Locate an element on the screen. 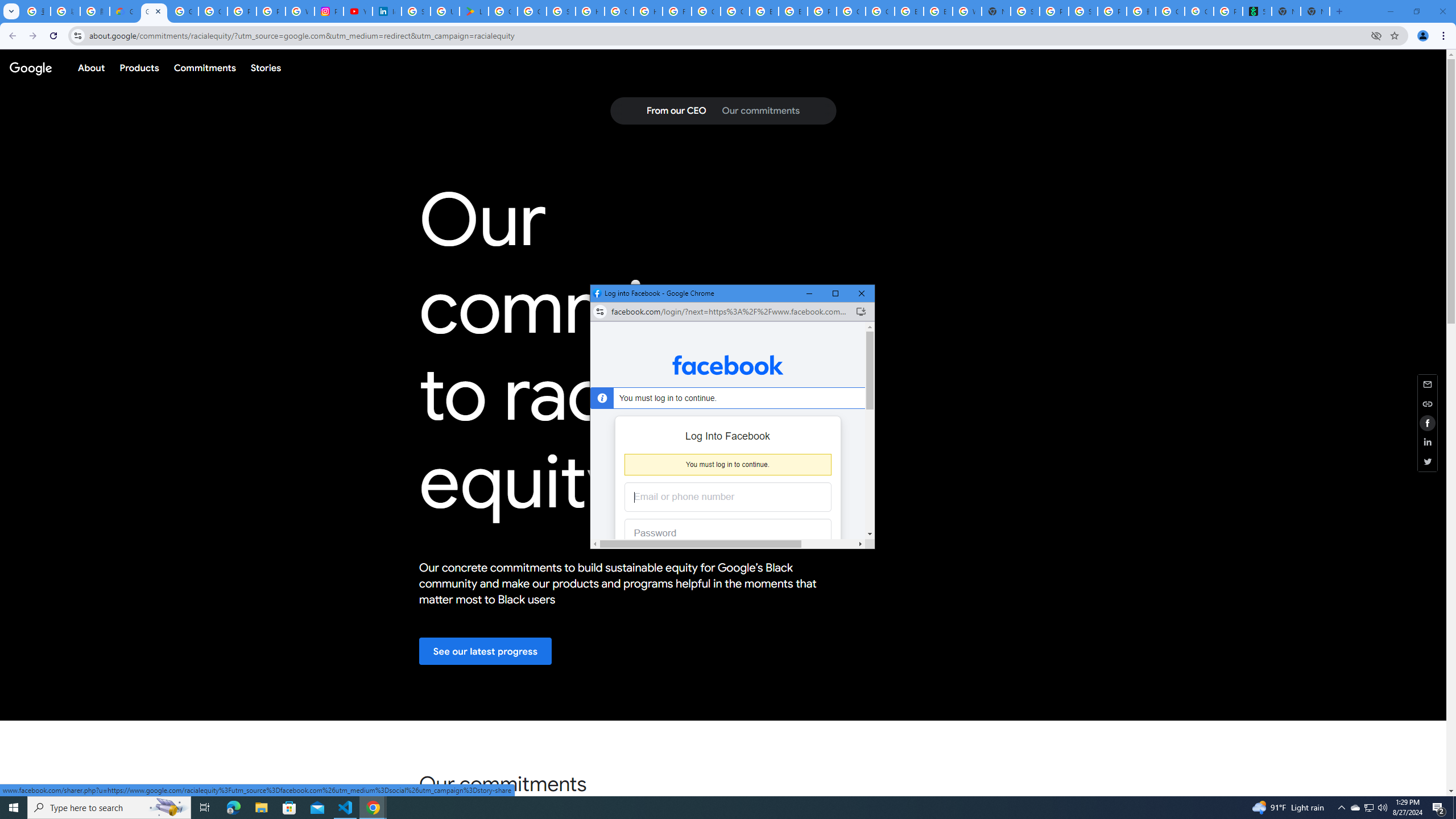 This screenshot has width=1456, height=819. 'Password' is located at coordinates (718, 533).